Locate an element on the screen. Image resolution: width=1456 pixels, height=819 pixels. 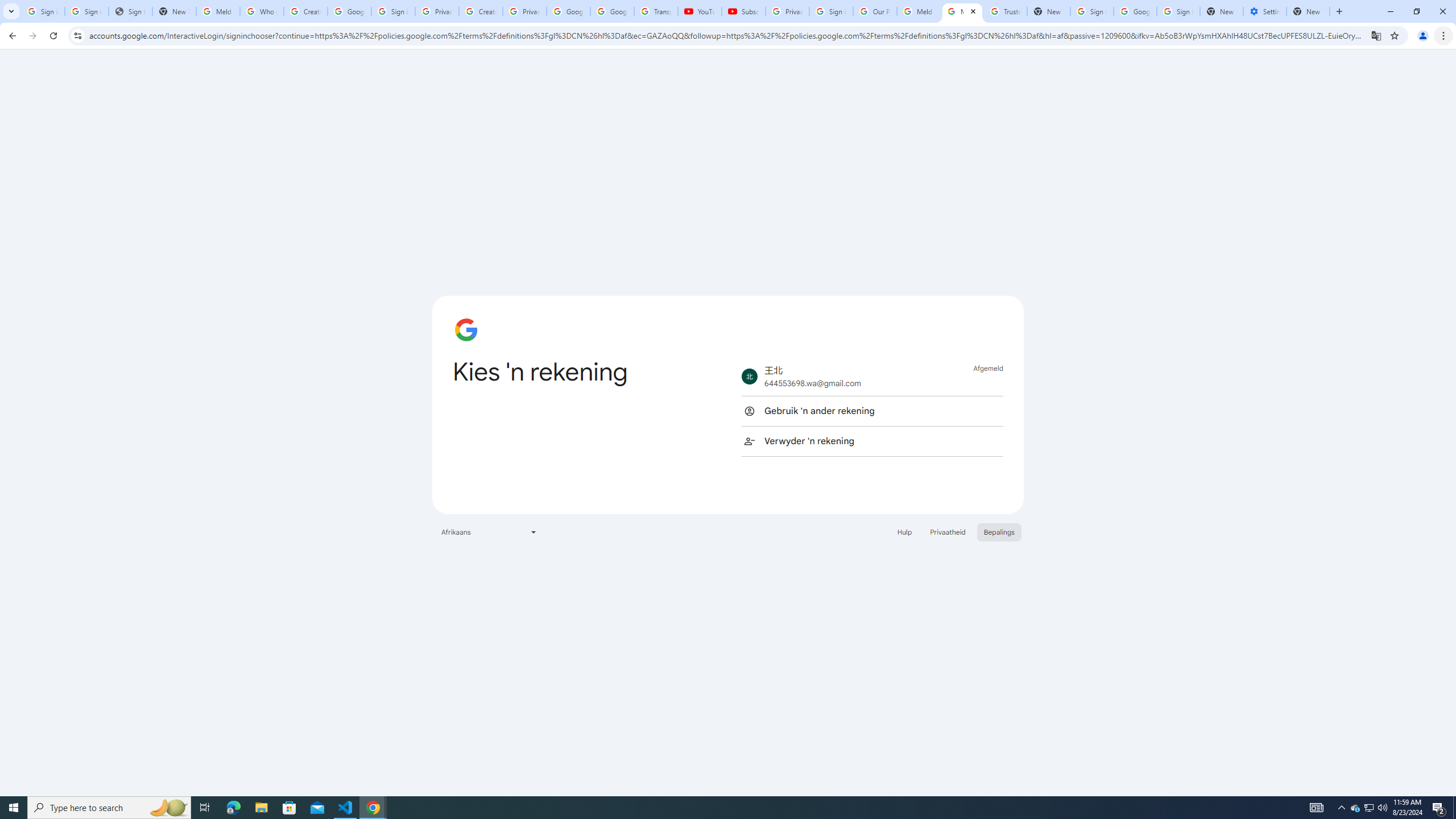
'Bepalings' is located at coordinates (999, 531).